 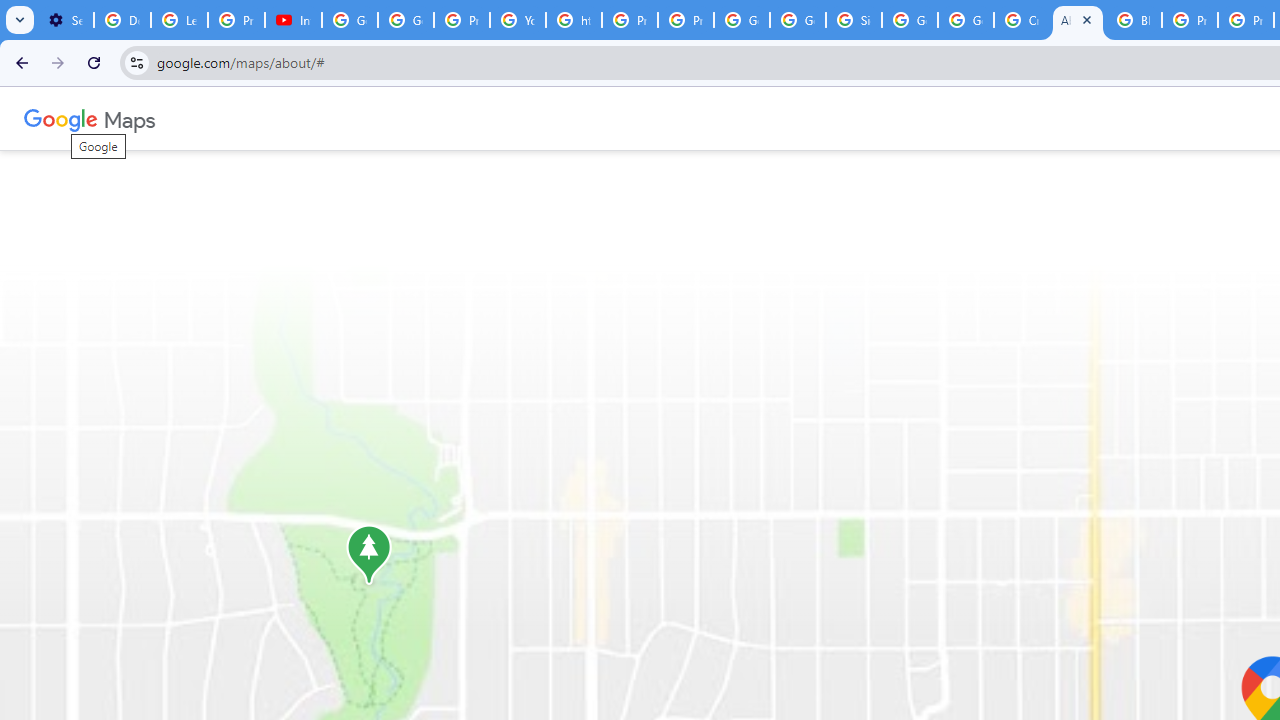 I want to click on 'Maps', so click(x=128, y=118).